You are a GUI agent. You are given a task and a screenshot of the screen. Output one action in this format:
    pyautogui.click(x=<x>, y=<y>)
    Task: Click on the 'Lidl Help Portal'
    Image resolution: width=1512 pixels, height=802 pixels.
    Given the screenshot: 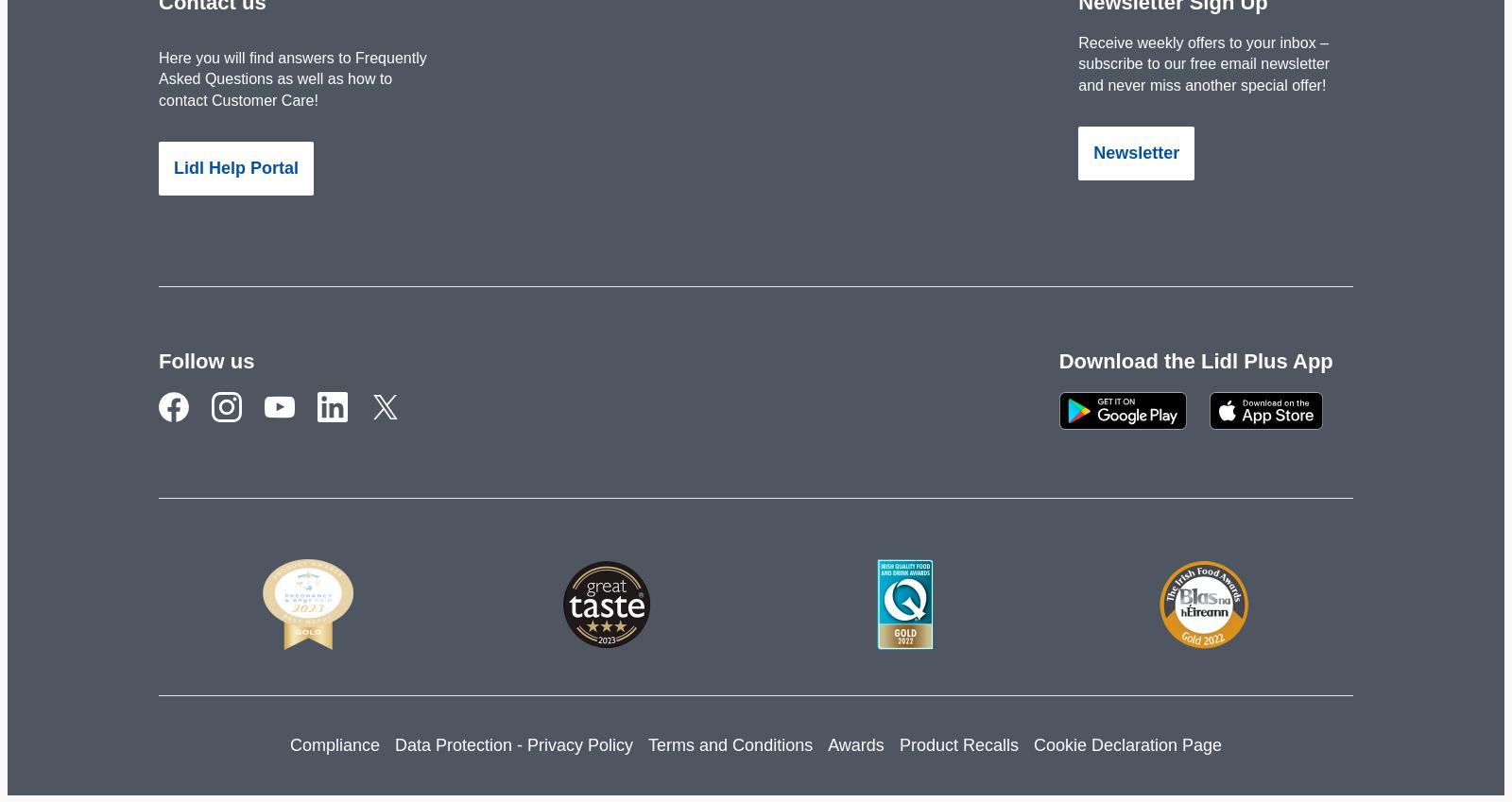 What is the action you would take?
    pyautogui.click(x=173, y=168)
    